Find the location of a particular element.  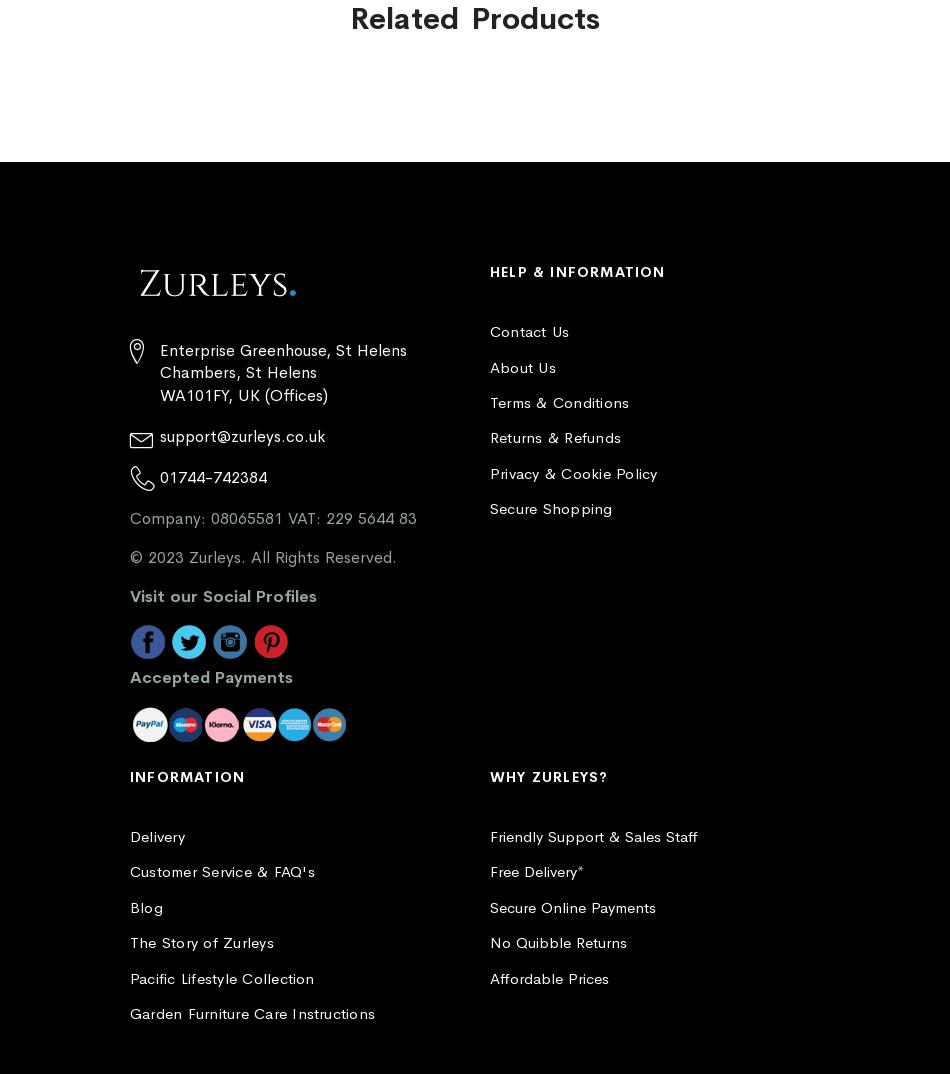

'Why Zurleys?' is located at coordinates (549, 774).